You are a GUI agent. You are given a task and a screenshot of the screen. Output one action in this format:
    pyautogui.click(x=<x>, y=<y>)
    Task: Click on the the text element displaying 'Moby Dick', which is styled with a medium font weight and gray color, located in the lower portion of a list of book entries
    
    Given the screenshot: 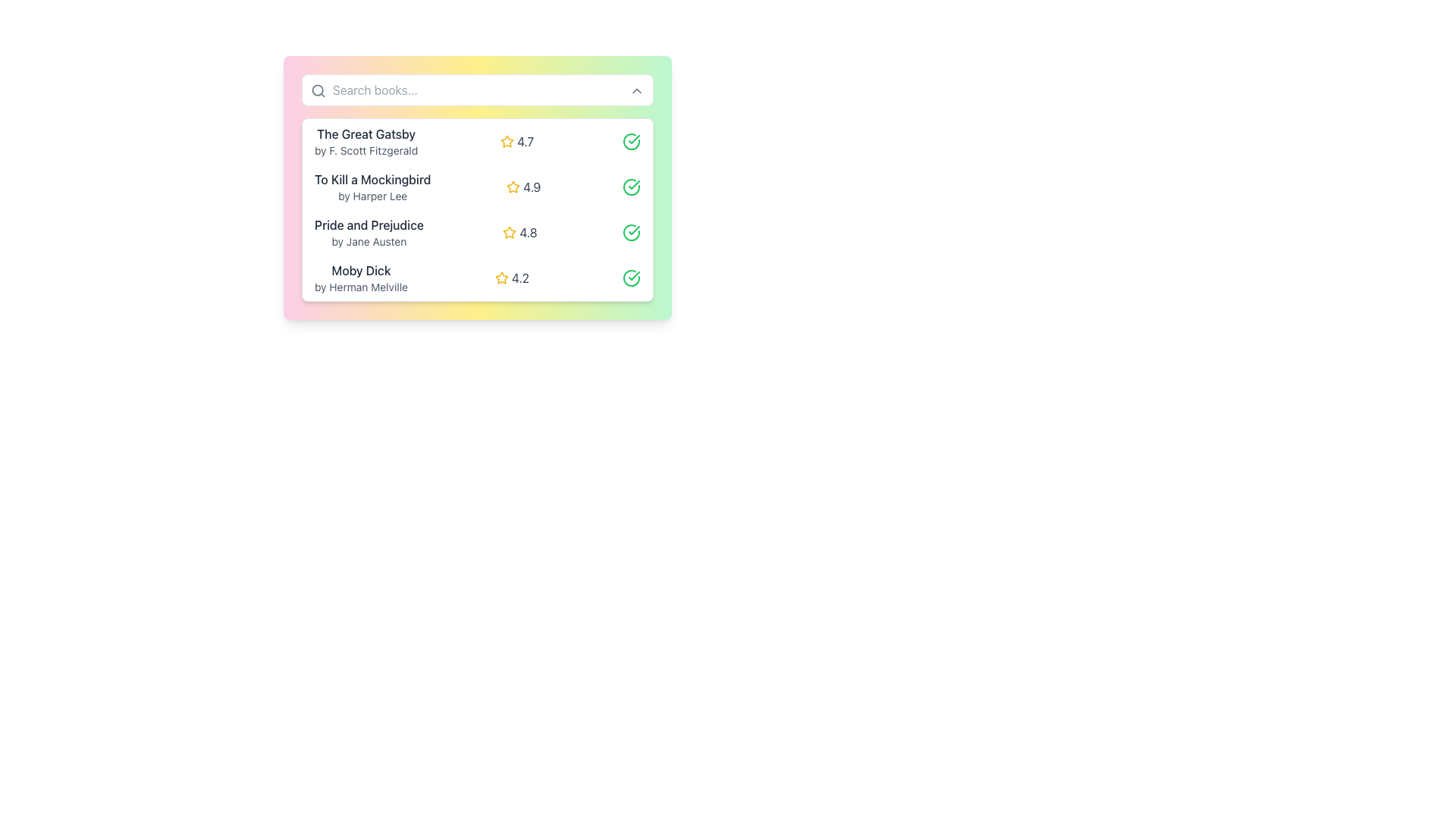 What is the action you would take?
    pyautogui.click(x=360, y=270)
    